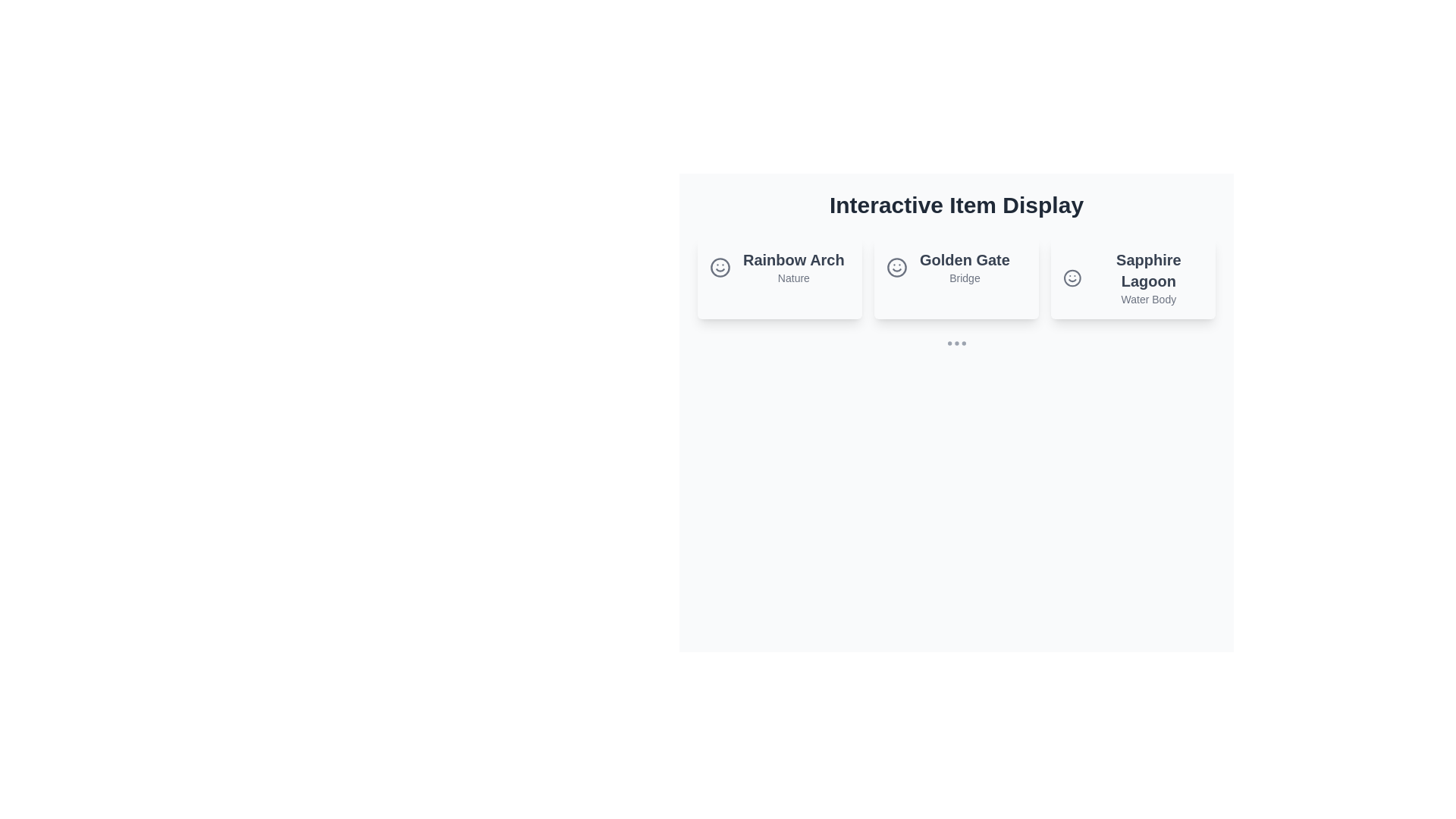 The height and width of the screenshot is (819, 1456). What do you see at coordinates (792, 278) in the screenshot?
I see `text label displaying 'Nature' located below the heading 'Rainbow Arch' within the leftmost card of a three-card layout` at bounding box center [792, 278].